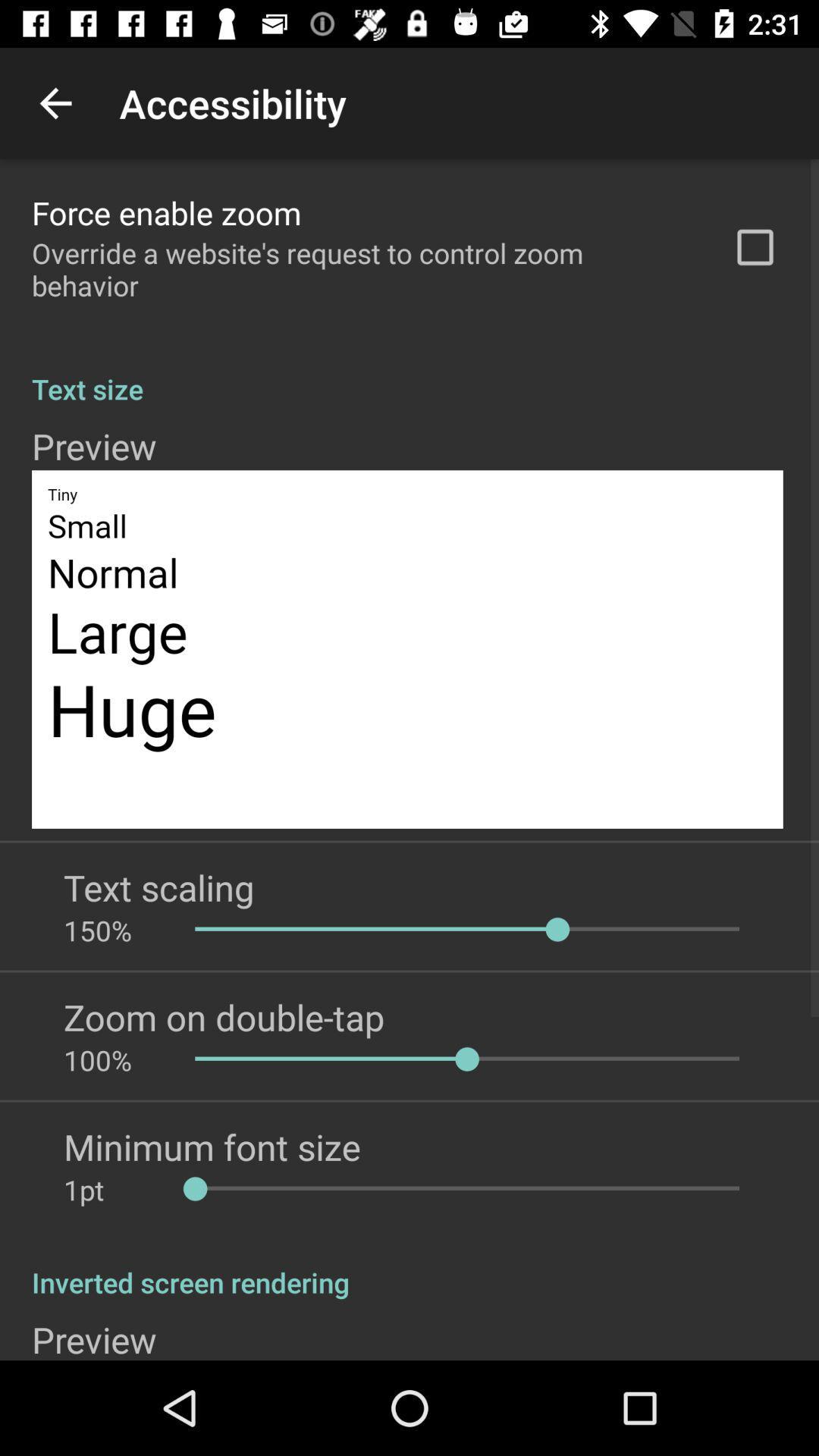  What do you see at coordinates (755, 247) in the screenshot?
I see `the check box` at bounding box center [755, 247].